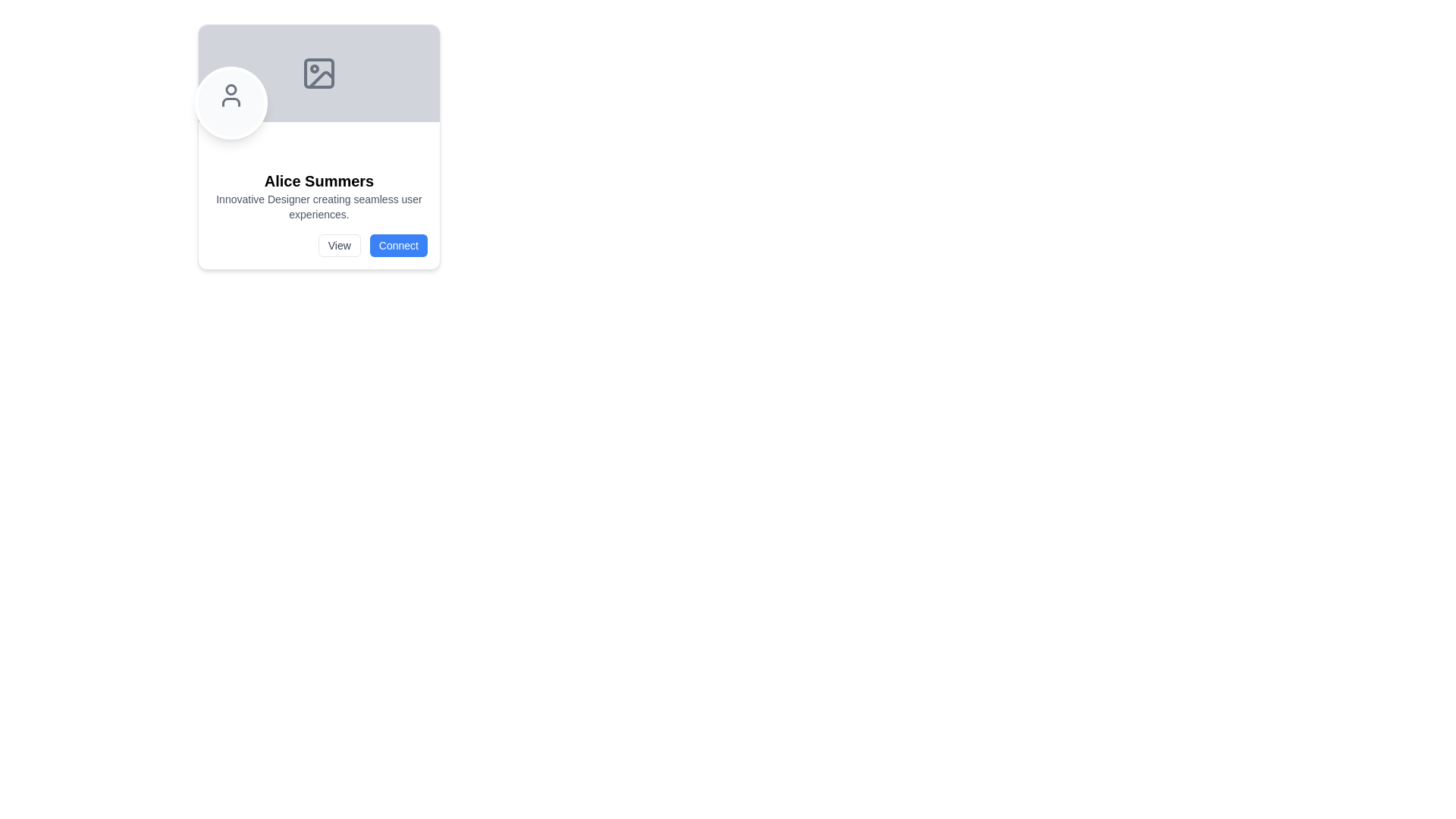  What do you see at coordinates (231, 102) in the screenshot?
I see `the shoulders and torso portion of the user profile icon located at the top left of the card displaying user information` at bounding box center [231, 102].